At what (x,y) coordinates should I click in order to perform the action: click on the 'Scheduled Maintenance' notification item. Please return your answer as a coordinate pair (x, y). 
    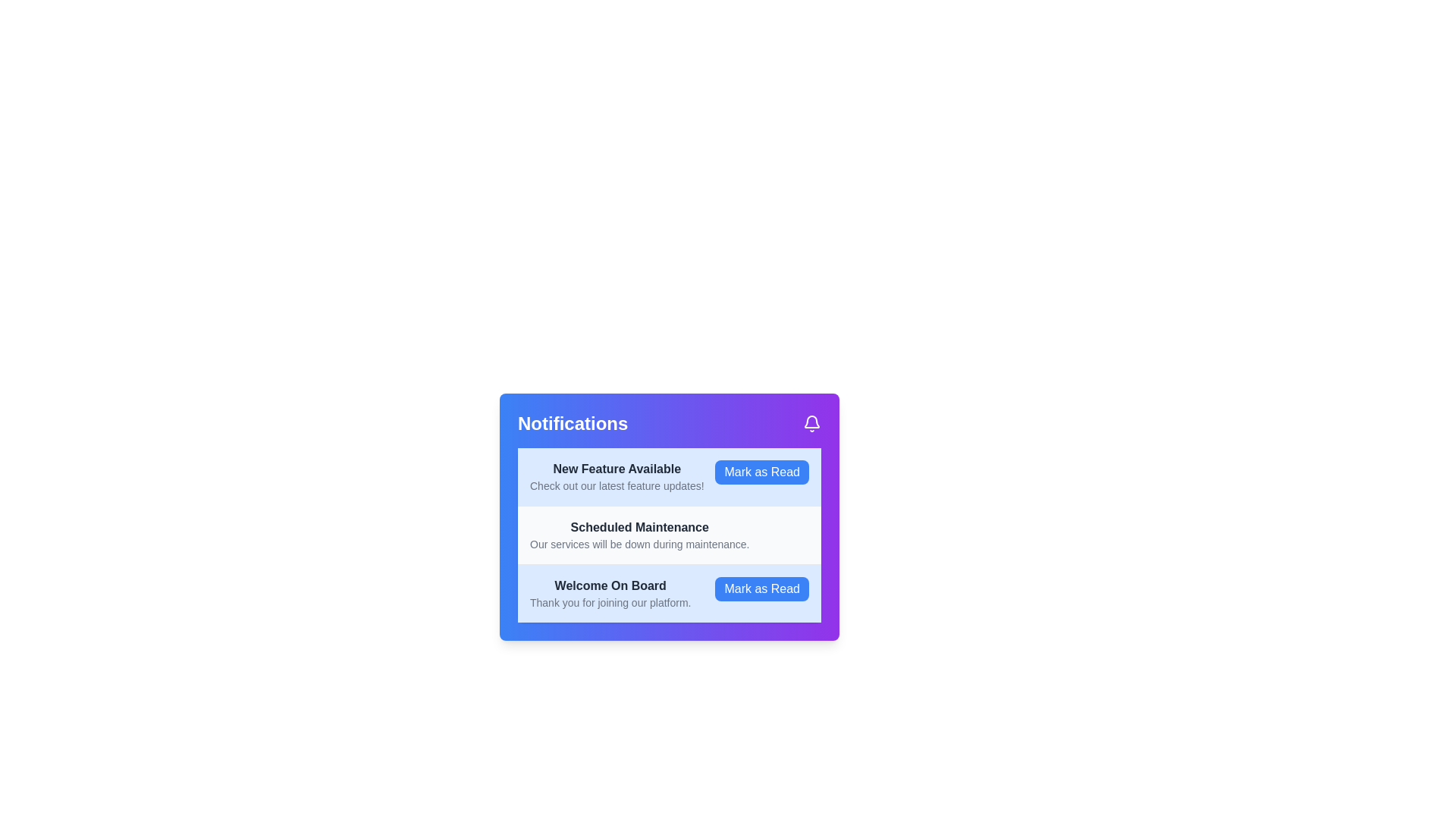
    Looking at the image, I should click on (669, 516).